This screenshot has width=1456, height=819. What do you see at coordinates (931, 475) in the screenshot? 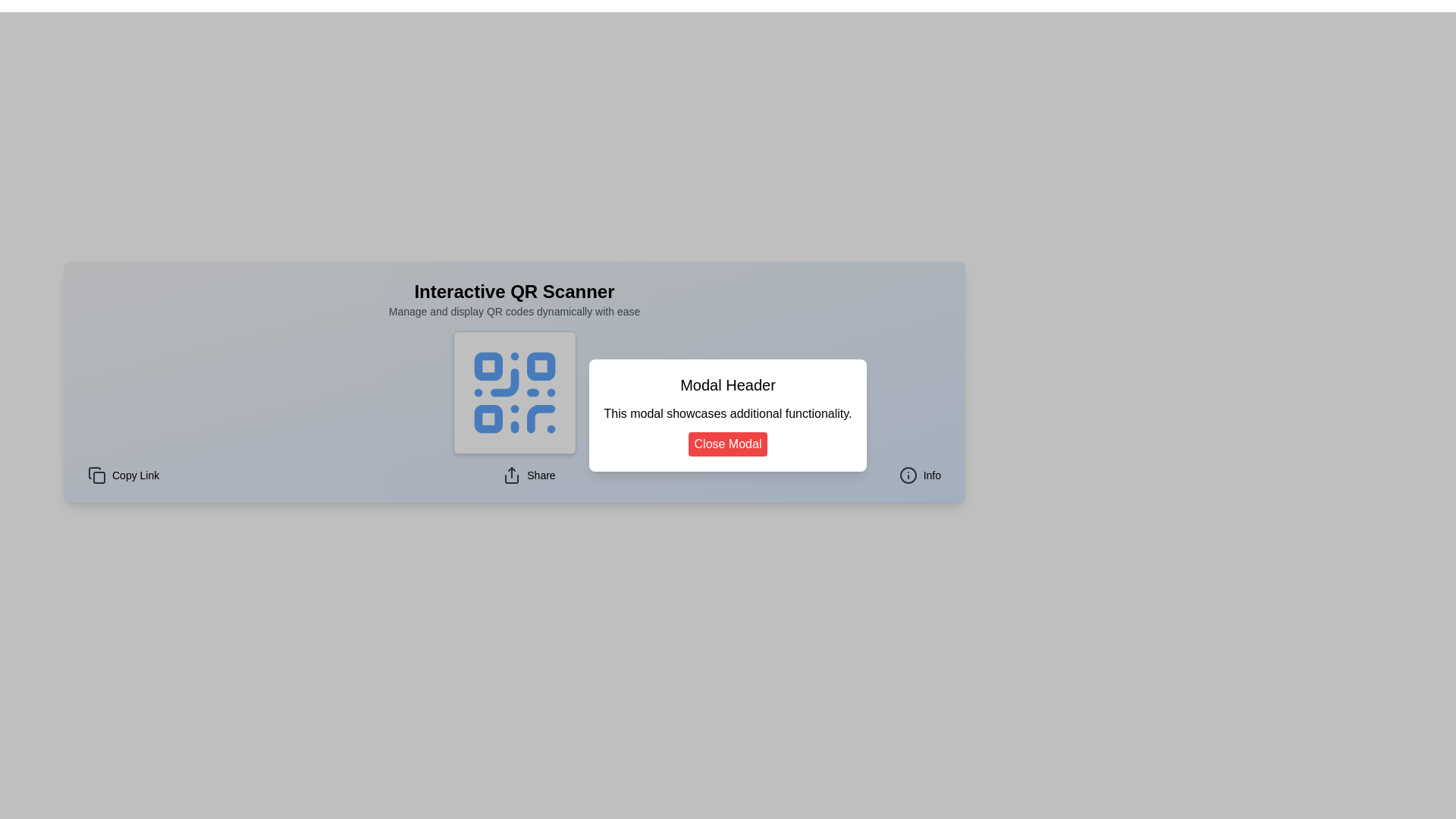
I see `the text label located at the bottom right of the interface, which is adjacent to the 'i' icon` at bounding box center [931, 475].